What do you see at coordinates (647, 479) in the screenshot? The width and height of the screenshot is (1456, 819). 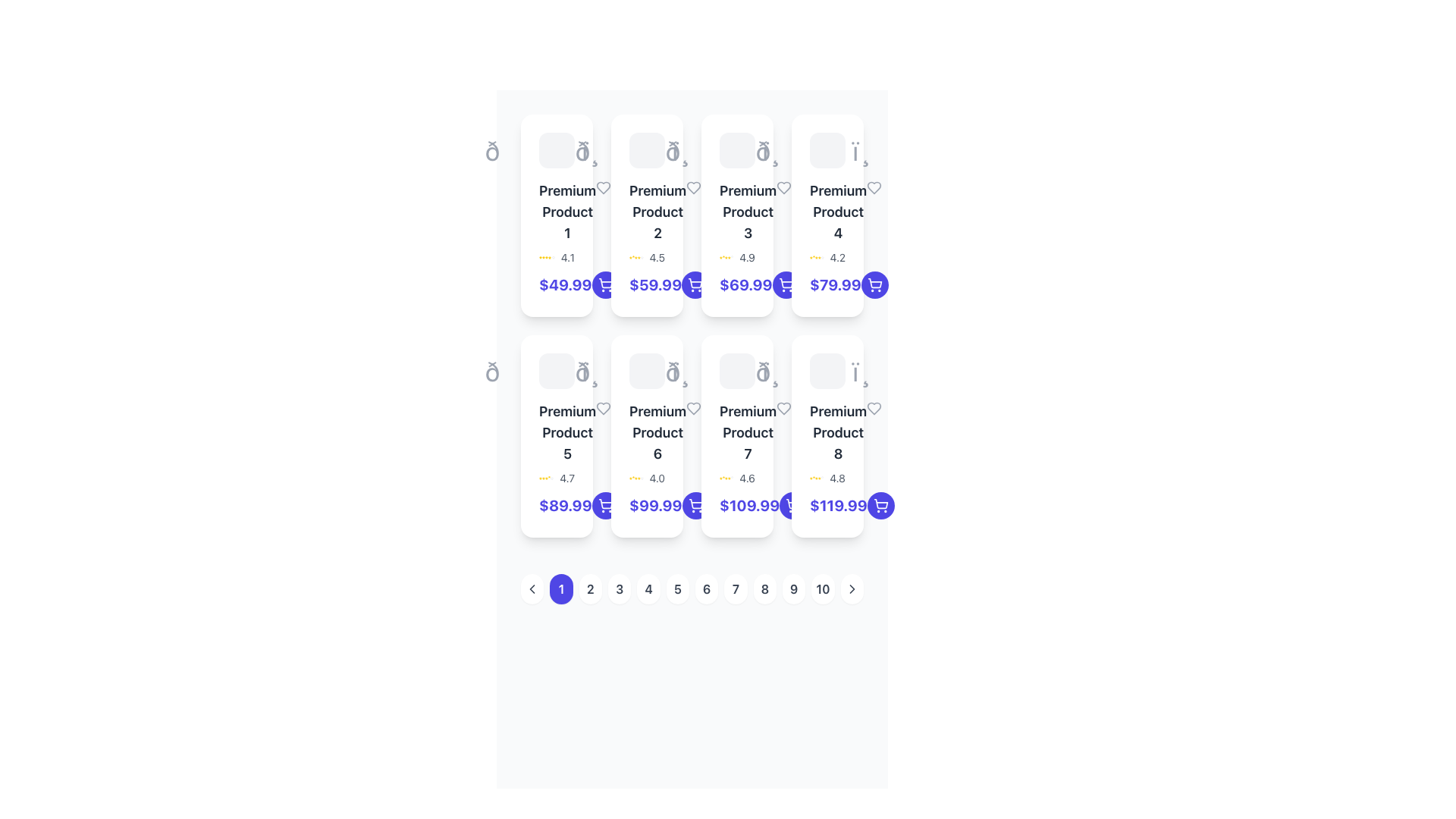 I see `the Rating display with numerical value and graphical stars located above the price information of the 'Premium Product 6' card in the second row and third column of the grid layout` at bounding box center [647, 479].